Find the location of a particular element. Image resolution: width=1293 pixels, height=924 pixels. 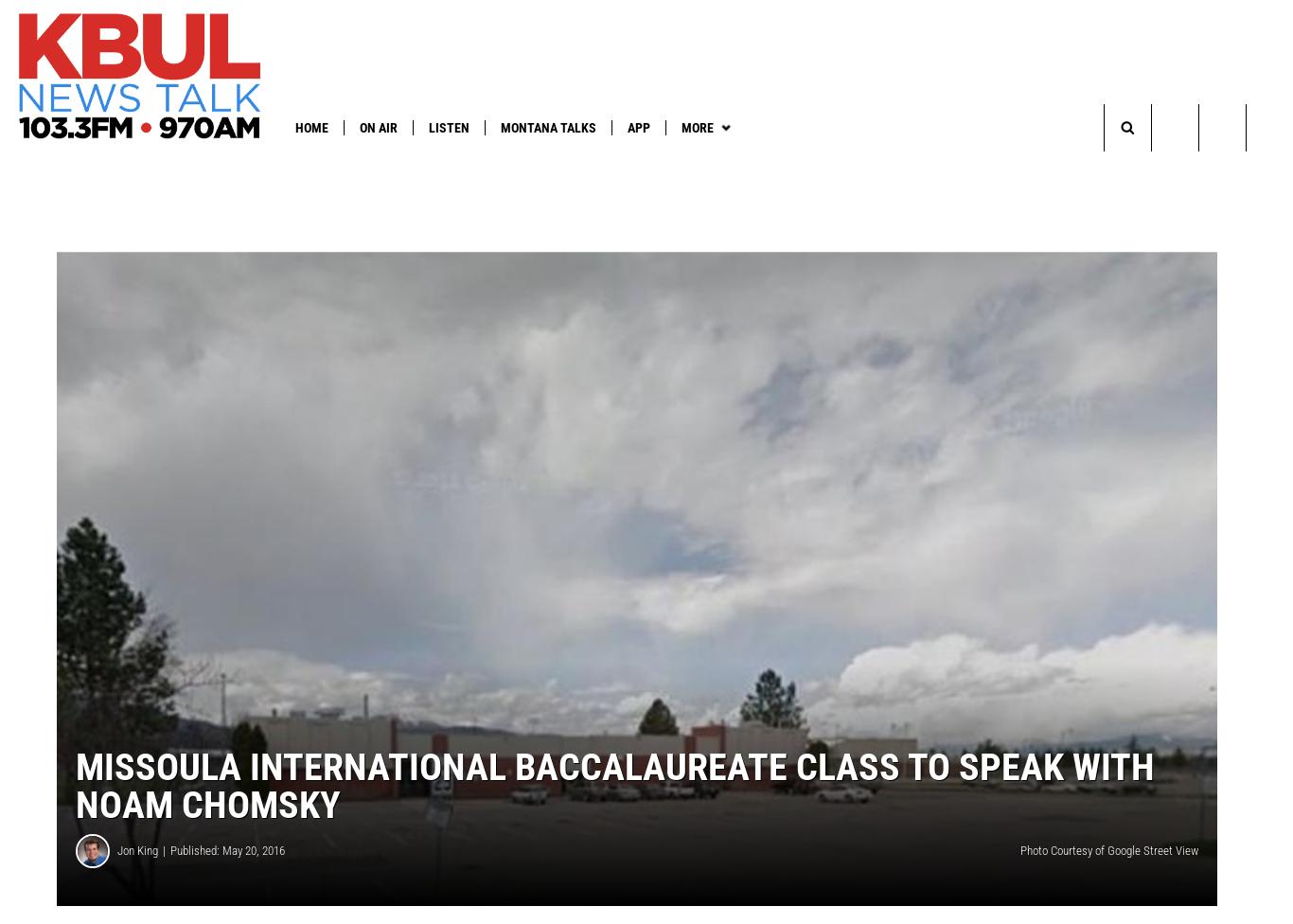

'App' is located at coordinates (637, 126).